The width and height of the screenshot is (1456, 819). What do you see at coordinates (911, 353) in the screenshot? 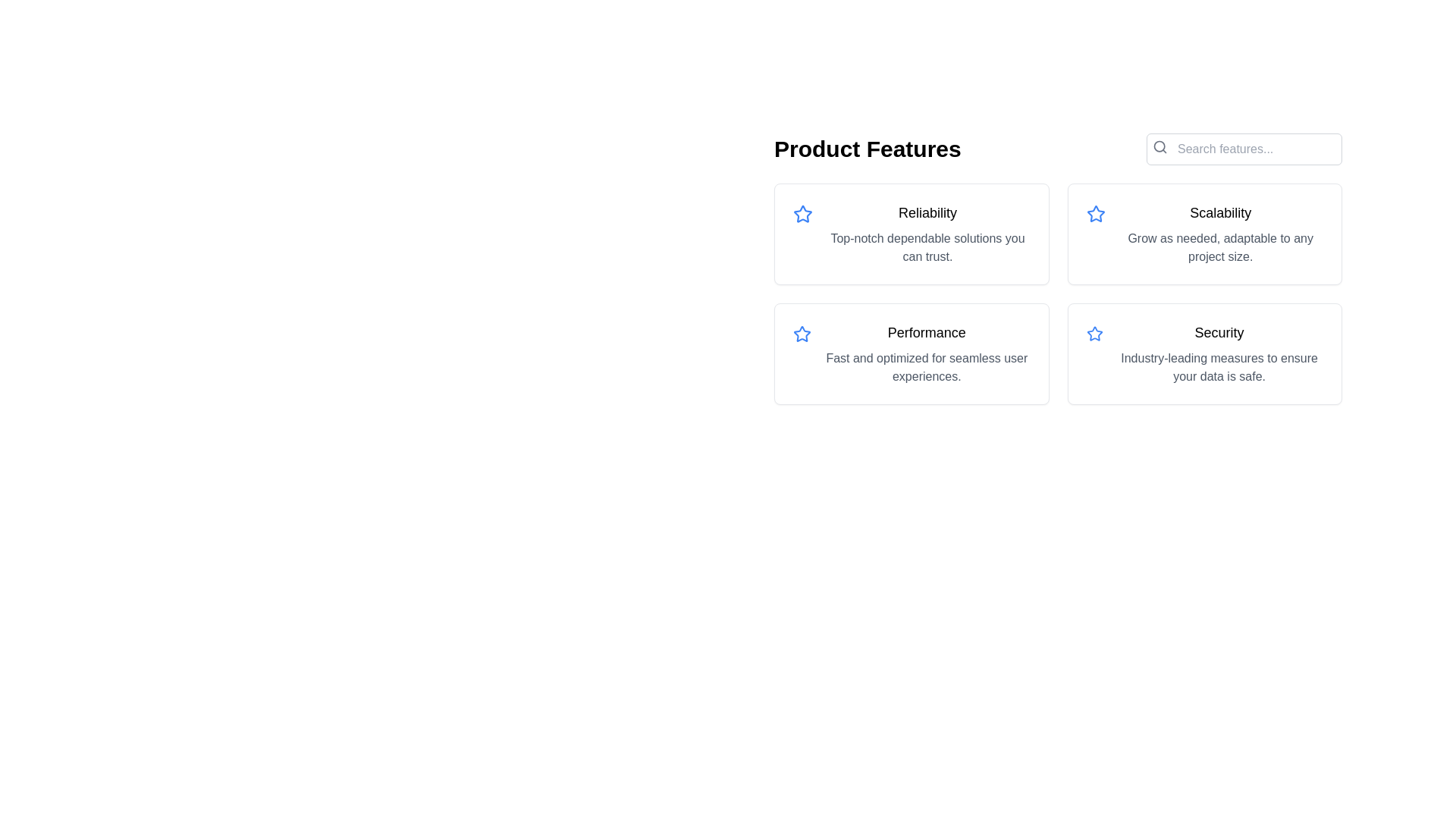
I see `the Information Card that presents details about the 'Performance' feature, located in the bottom-left of the 2x2 grid layout` at bounding box center [911, 353].